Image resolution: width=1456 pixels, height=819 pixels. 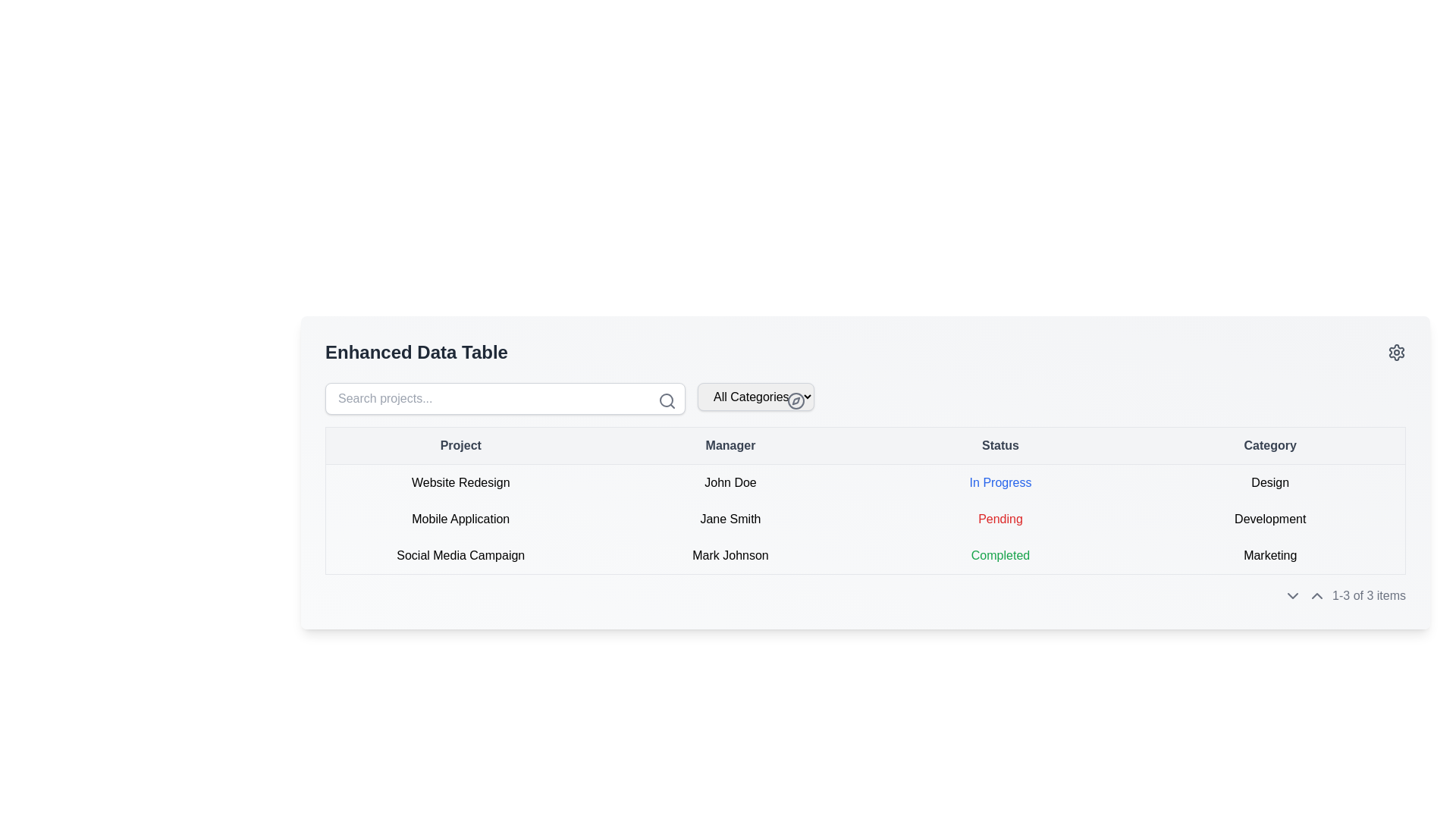 I want to click on the text element displaying '1-3 of 3 items' located in the bottom-right corner of the interface, so click(x=1369, y=595).